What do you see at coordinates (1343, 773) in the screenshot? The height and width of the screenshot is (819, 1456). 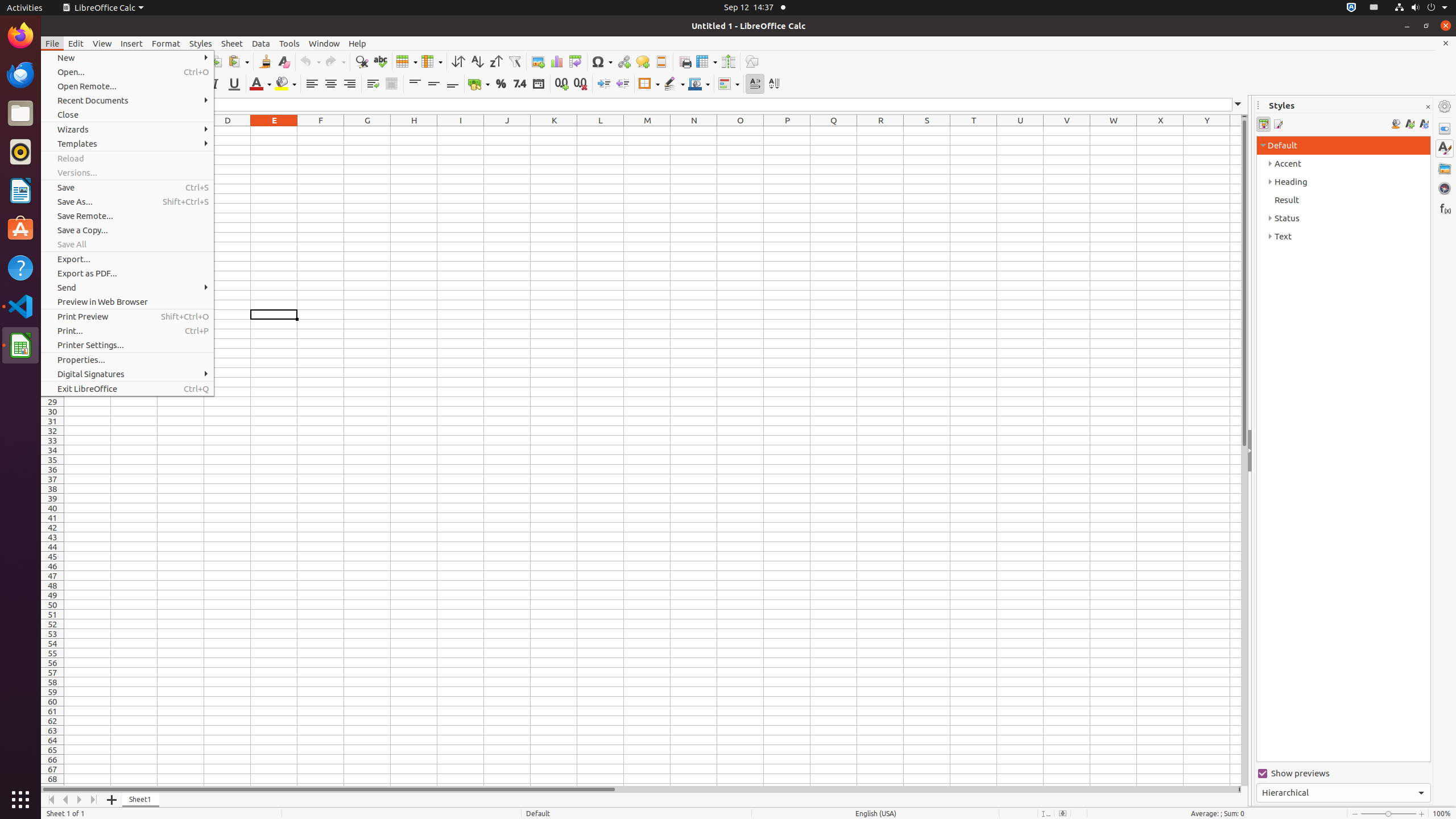 I see `'Show previews'` at bounding box center [1343, 773].